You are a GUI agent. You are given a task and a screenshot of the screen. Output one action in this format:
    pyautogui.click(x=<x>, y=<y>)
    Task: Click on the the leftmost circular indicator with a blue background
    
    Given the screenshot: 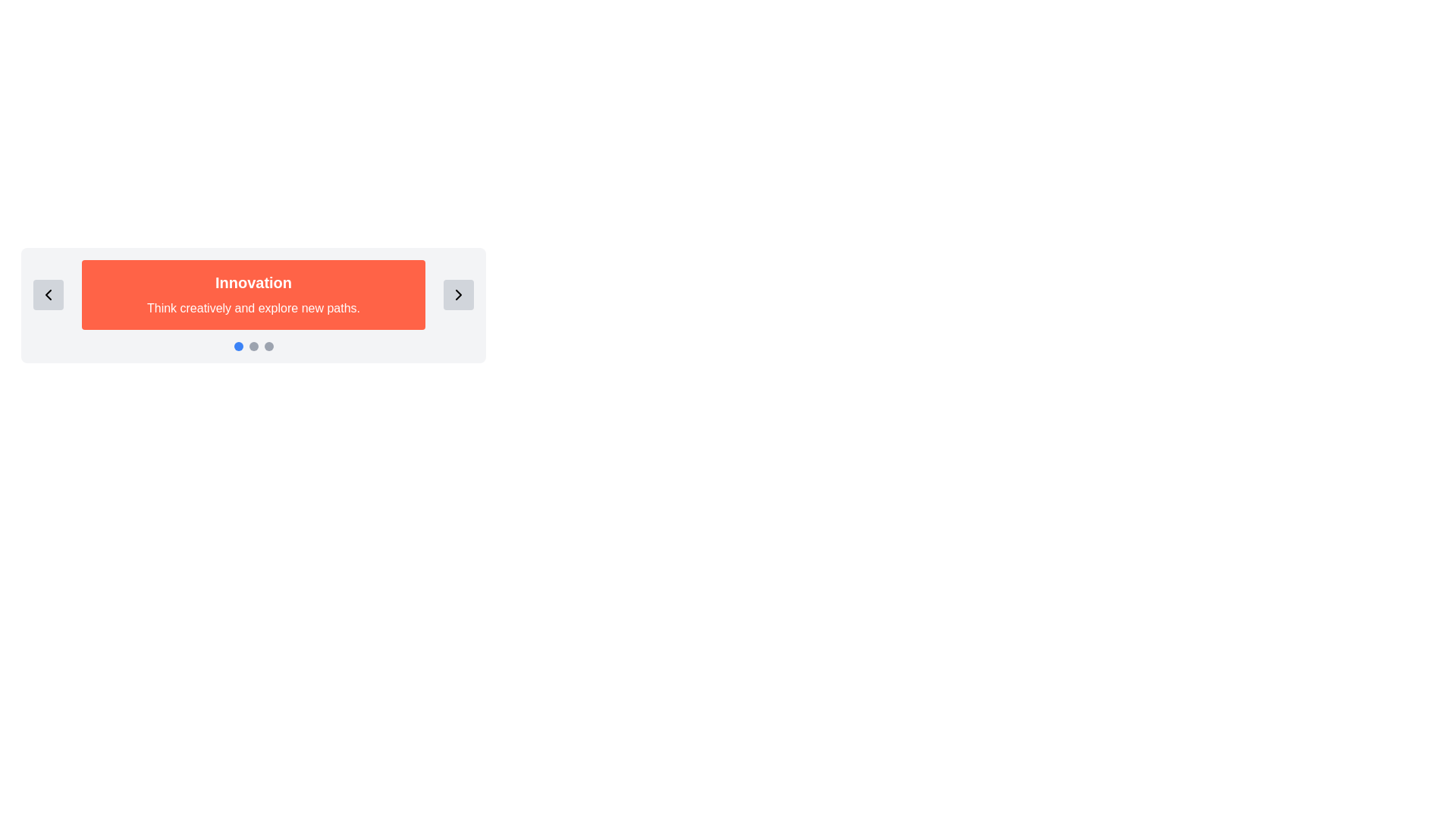 What is the action you would take?
    pyautogui.click(x=237, y=346)
    